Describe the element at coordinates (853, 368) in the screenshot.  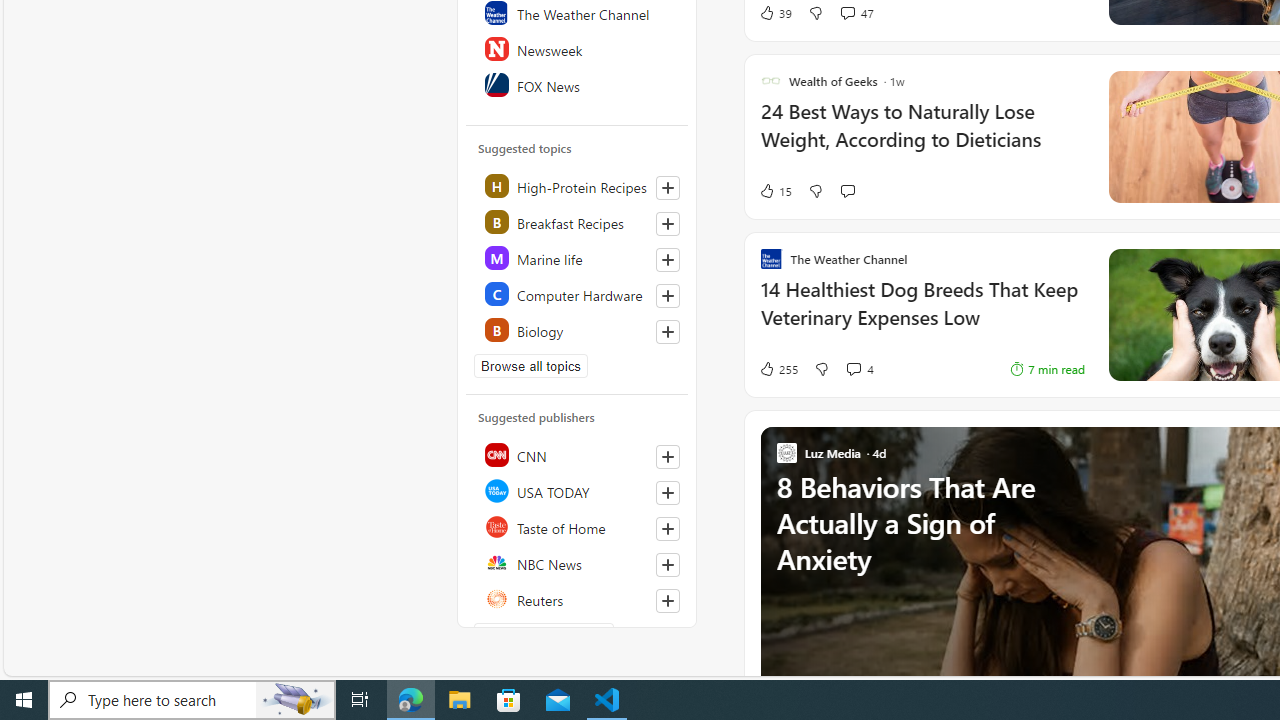
I see `'View comments 4 Comment'` at that location.